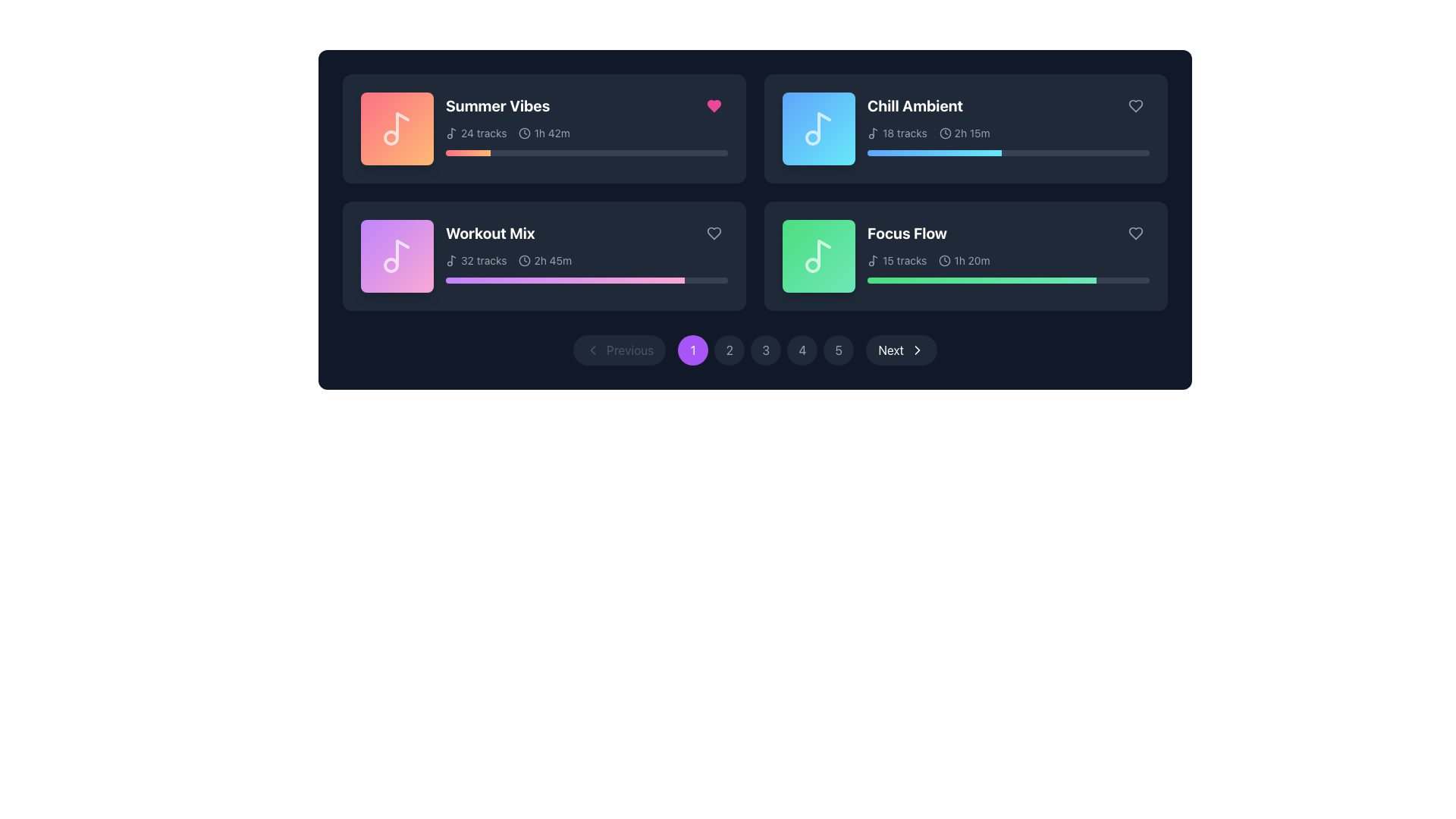 The width and height of the screenshot is (1456, 819). What do you see at coordinates (1135, 105) in the screenshot?
I see `the heart-shaped icon button located in the top-right corner of the 'Chill Ambient' card to favorite or unfavorite it` at bounding box center [1135, 105].